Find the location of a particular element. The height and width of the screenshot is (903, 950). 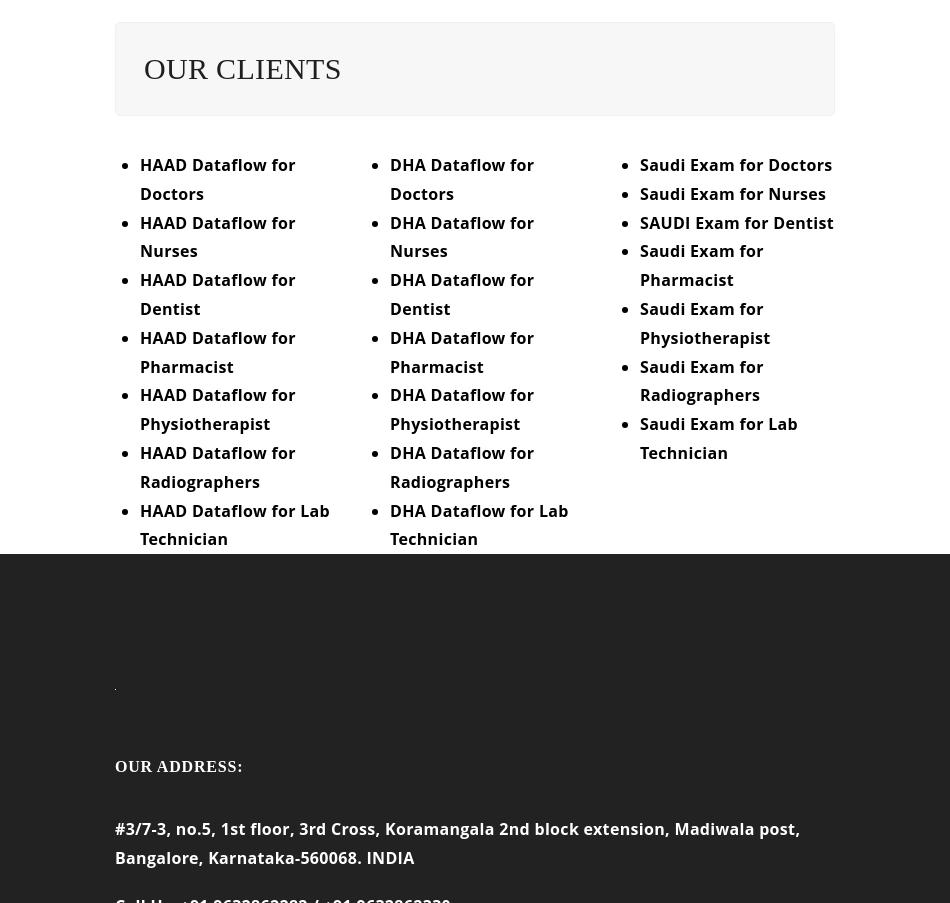

'DHA Dataflow for Doctors' is located at coordinates (460, 190).